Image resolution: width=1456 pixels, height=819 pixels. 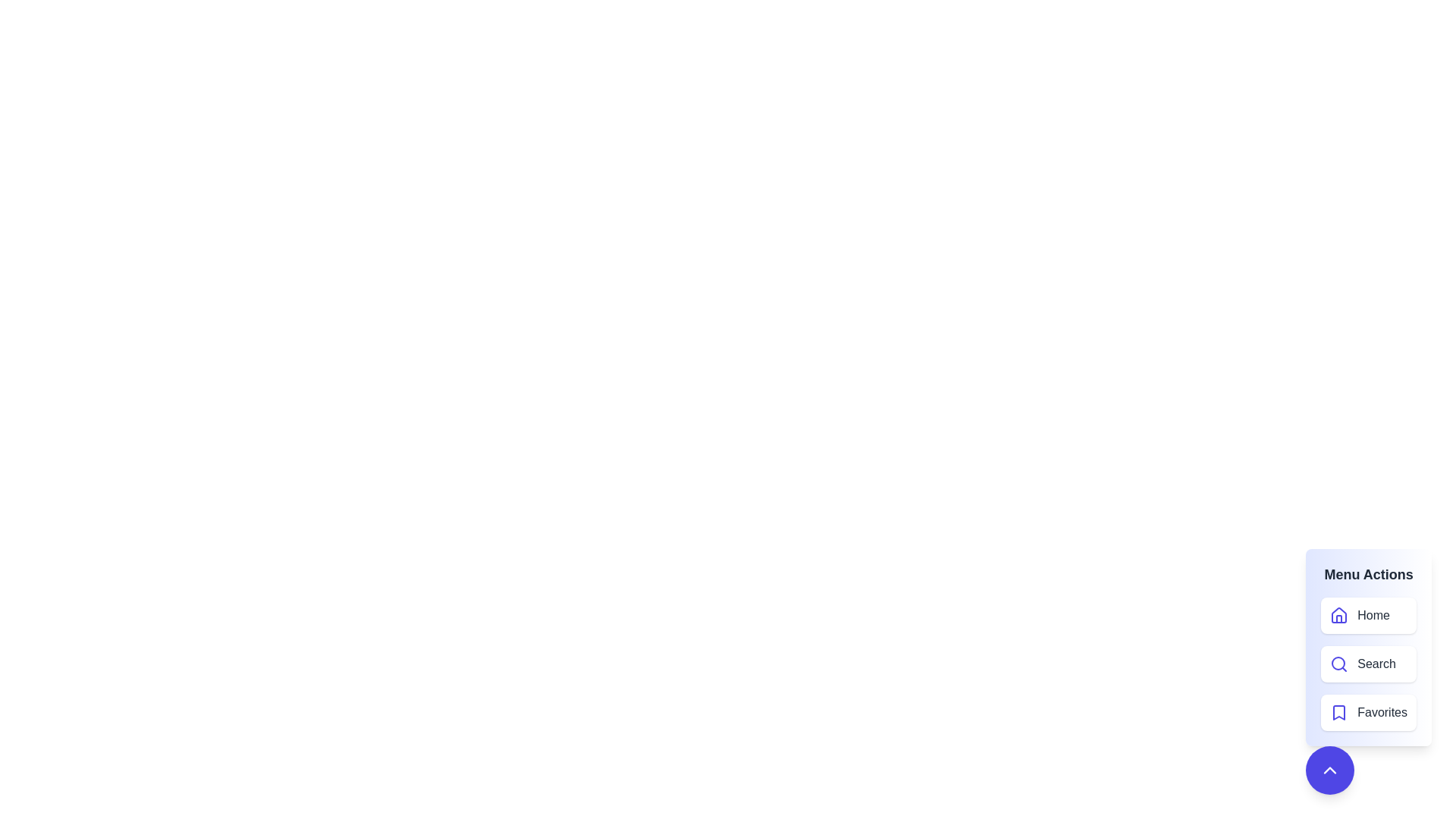 I want to click on the menu item Search from the menu, so click(x=1368, y=663).